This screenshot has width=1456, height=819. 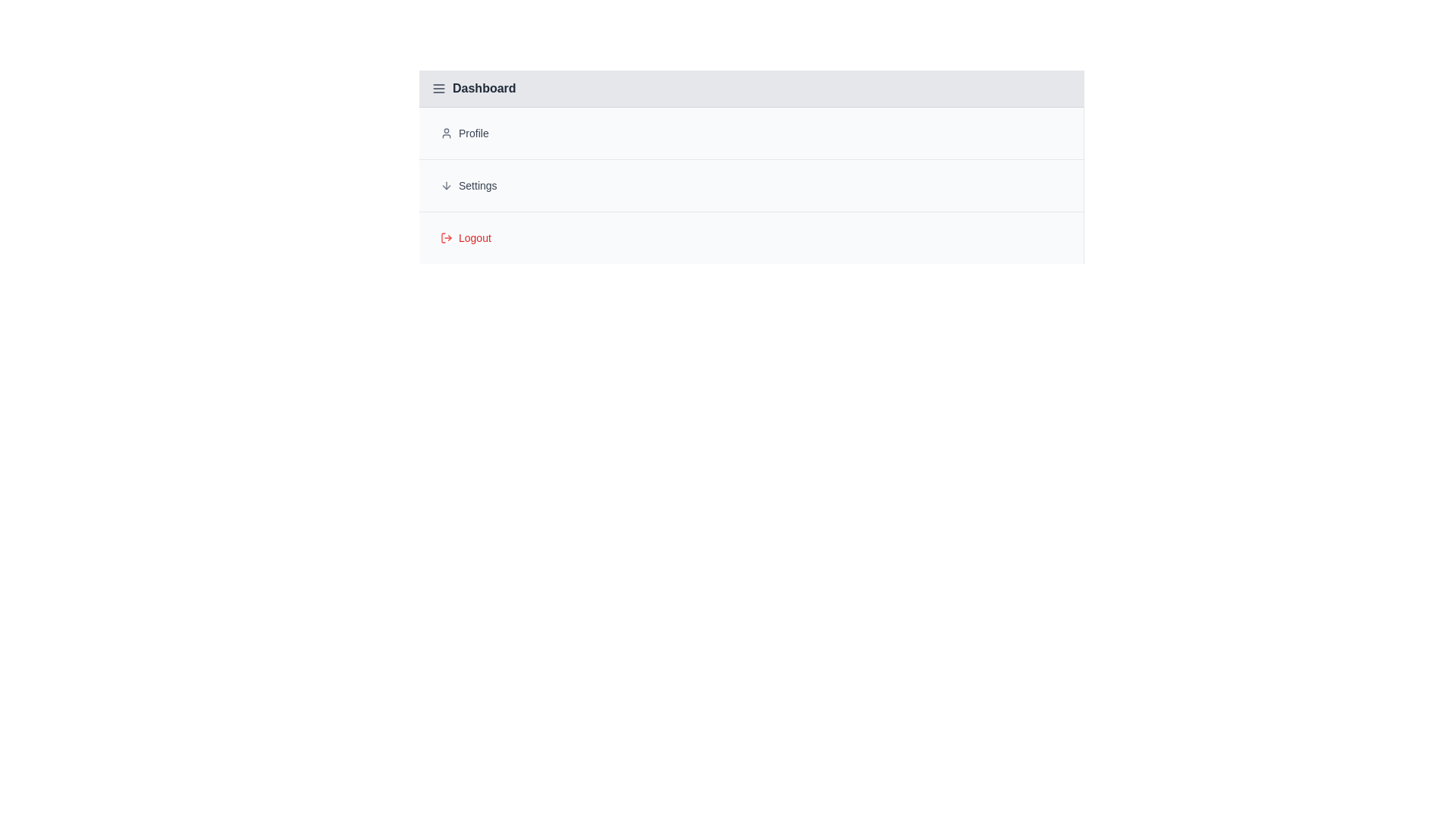 What do you see at coordinates (751, 133) in the screenshot?
I see `the text of the menu item Profile` at bounding box center [751, 133].